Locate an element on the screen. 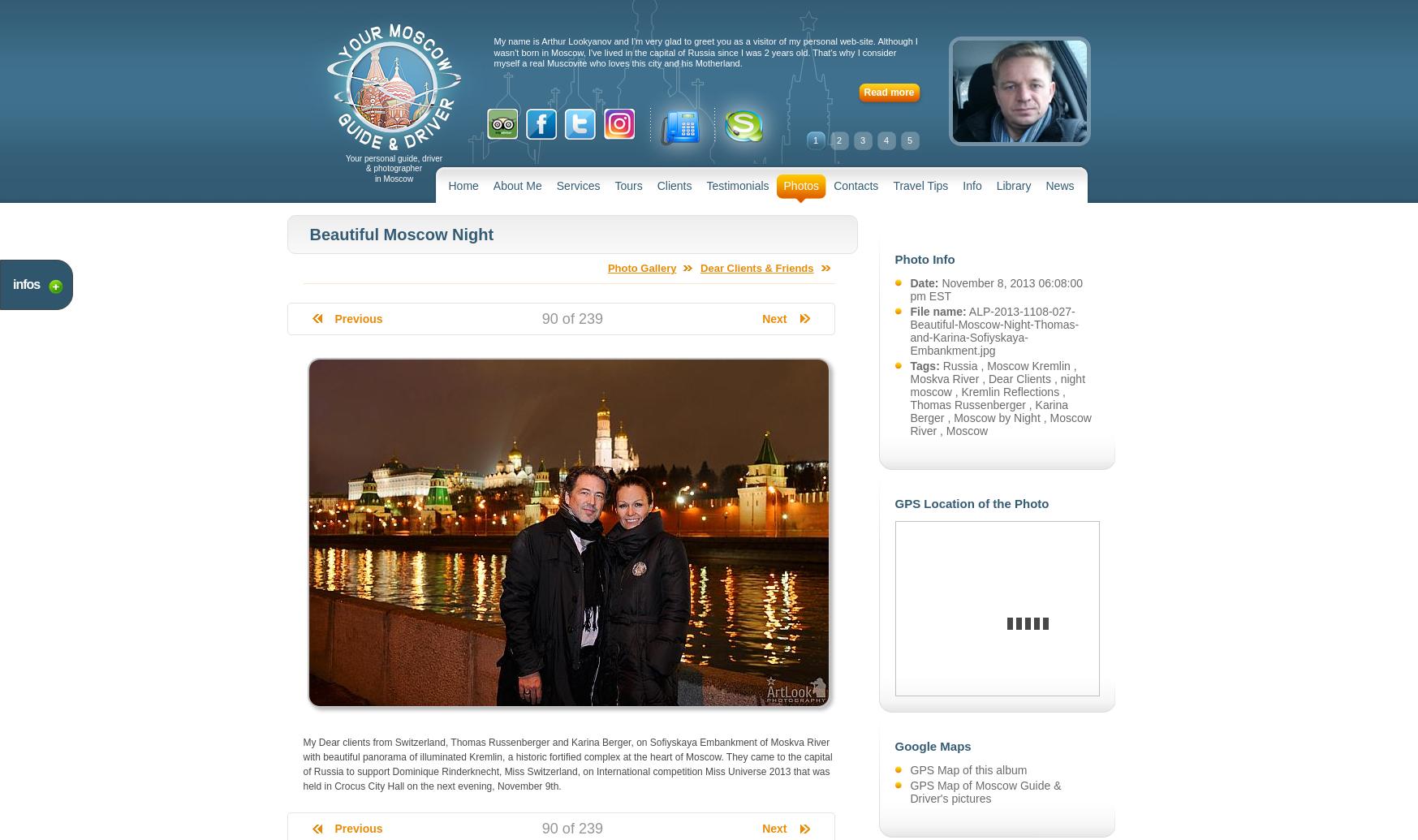 The width and height of the screenshot is (1418, 840). 'night moscow' is located at coordinates (998, 385).